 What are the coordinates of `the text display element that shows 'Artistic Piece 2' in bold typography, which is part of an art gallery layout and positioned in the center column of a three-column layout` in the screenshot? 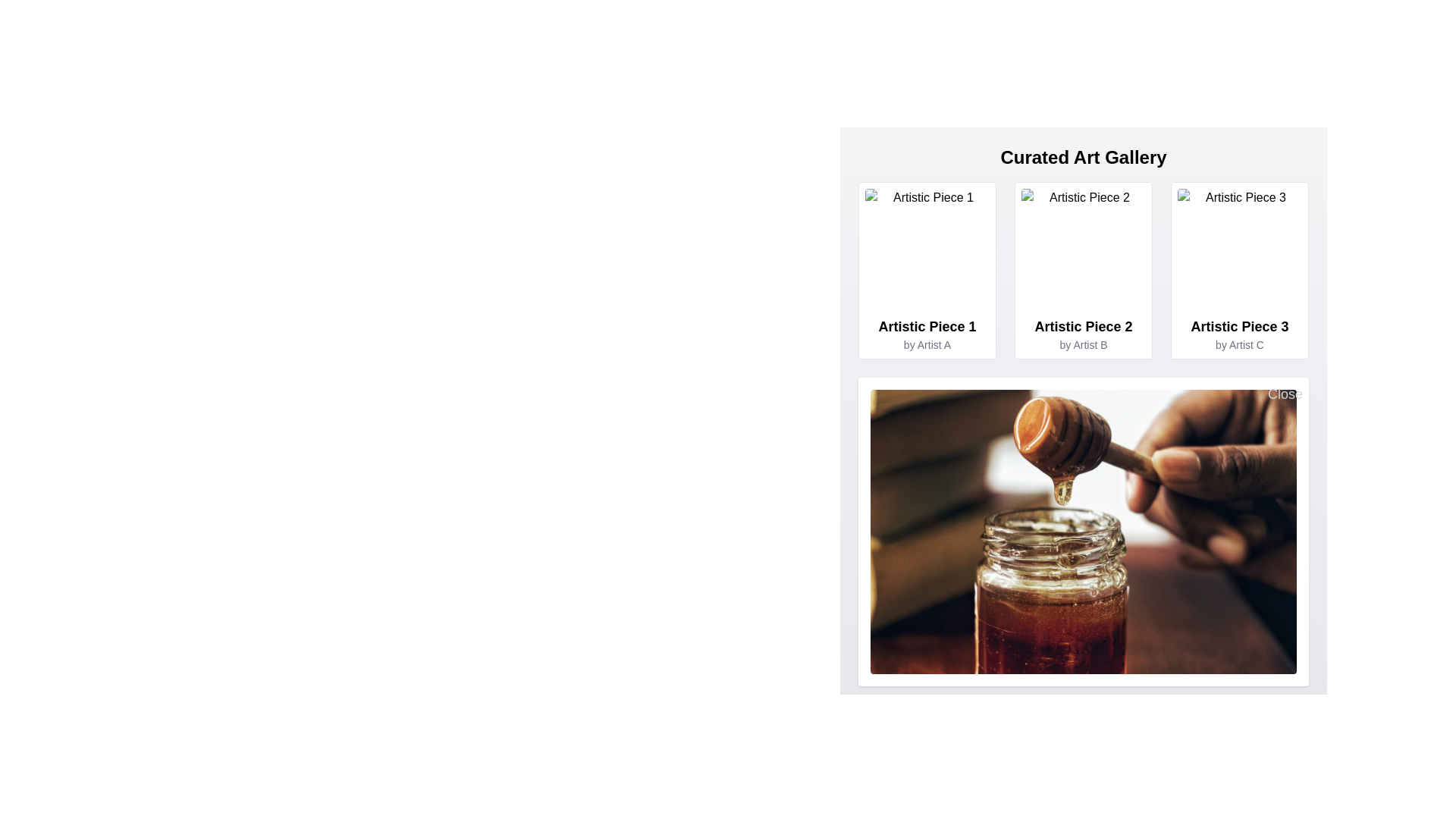 It's located at (1083, 326).